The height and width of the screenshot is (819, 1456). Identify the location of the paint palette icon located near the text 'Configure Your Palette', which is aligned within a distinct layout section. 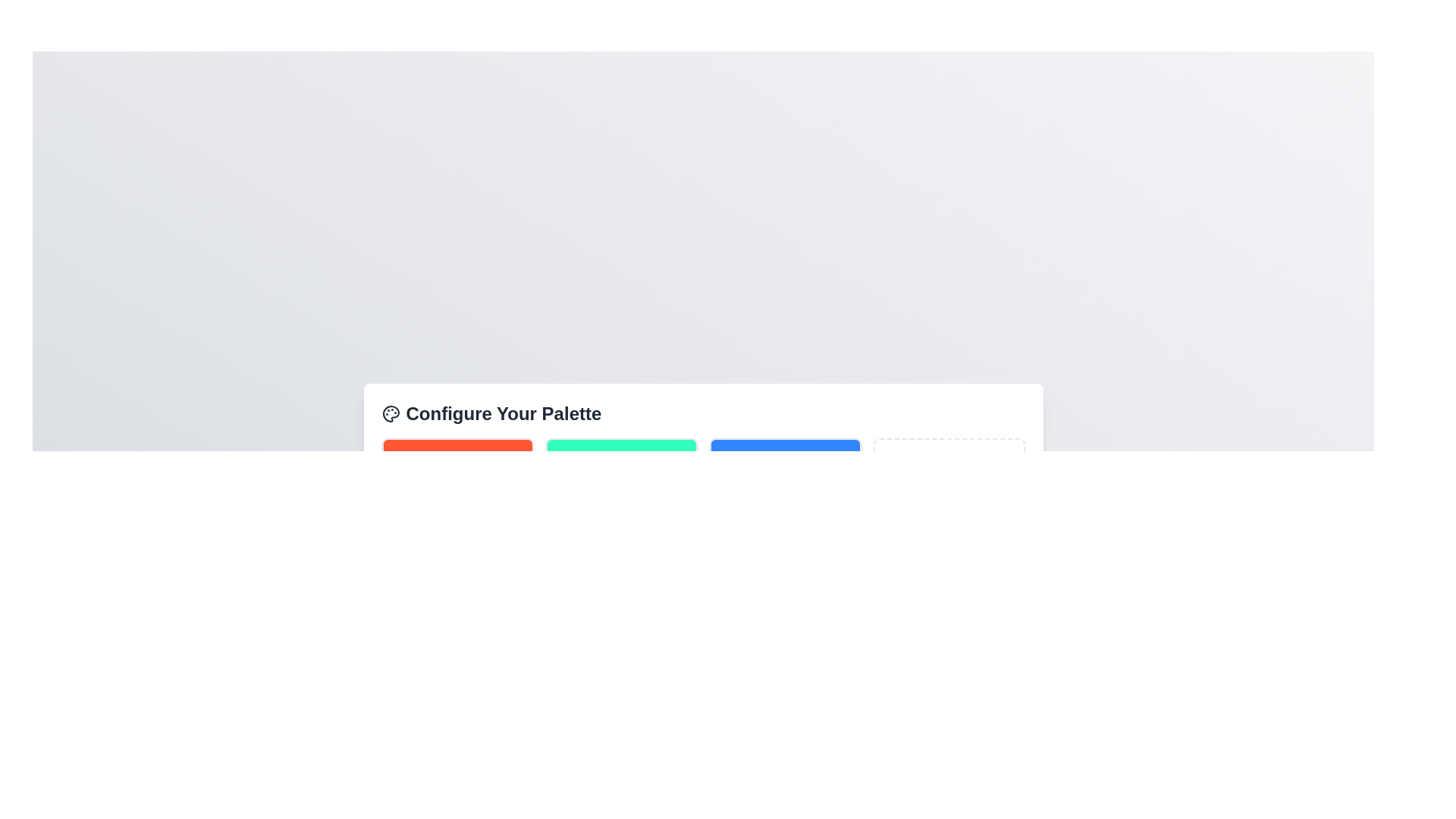
(391, 414).